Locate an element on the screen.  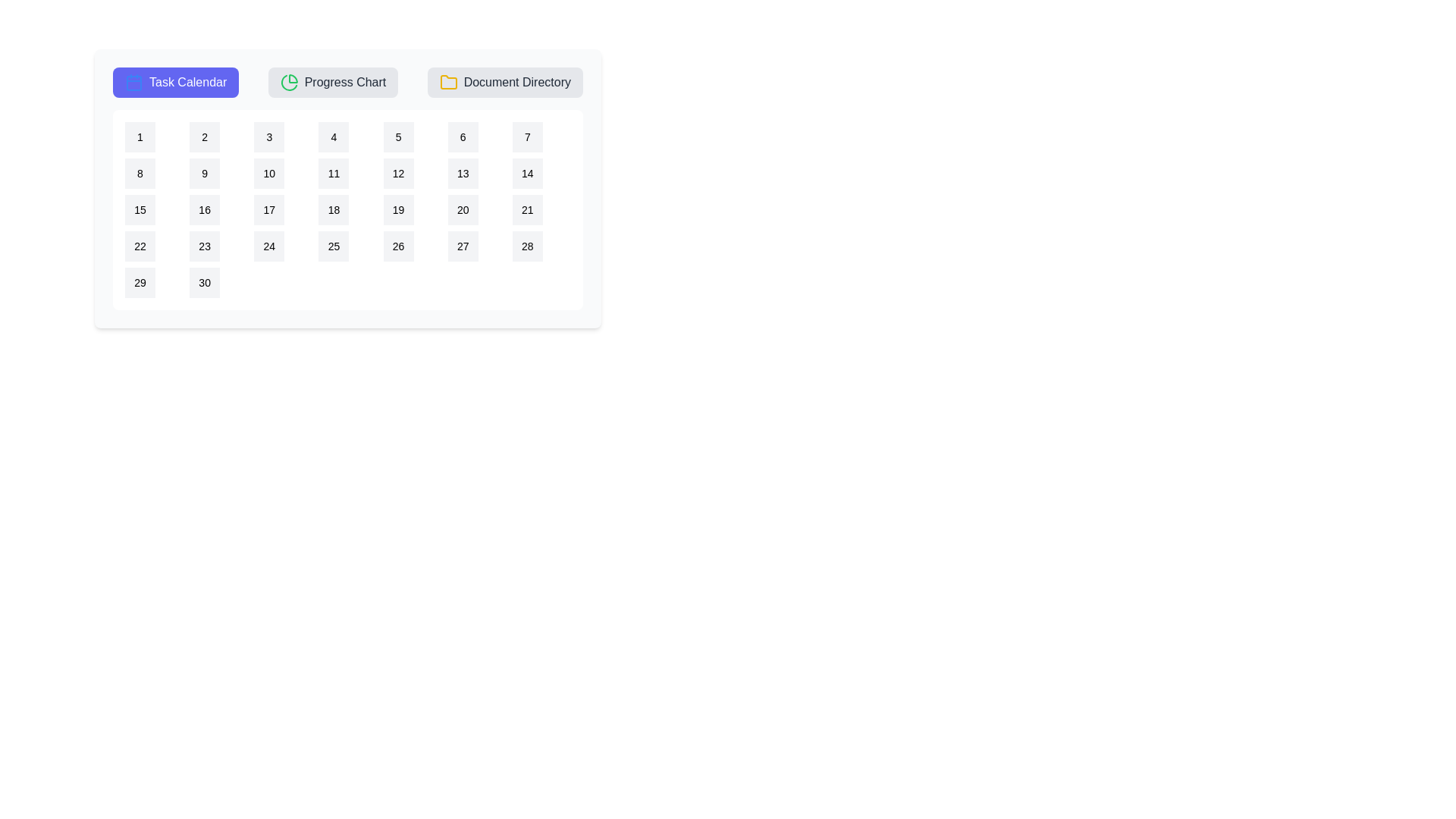
the calendar date 5 is located at coordinates (397, 137).